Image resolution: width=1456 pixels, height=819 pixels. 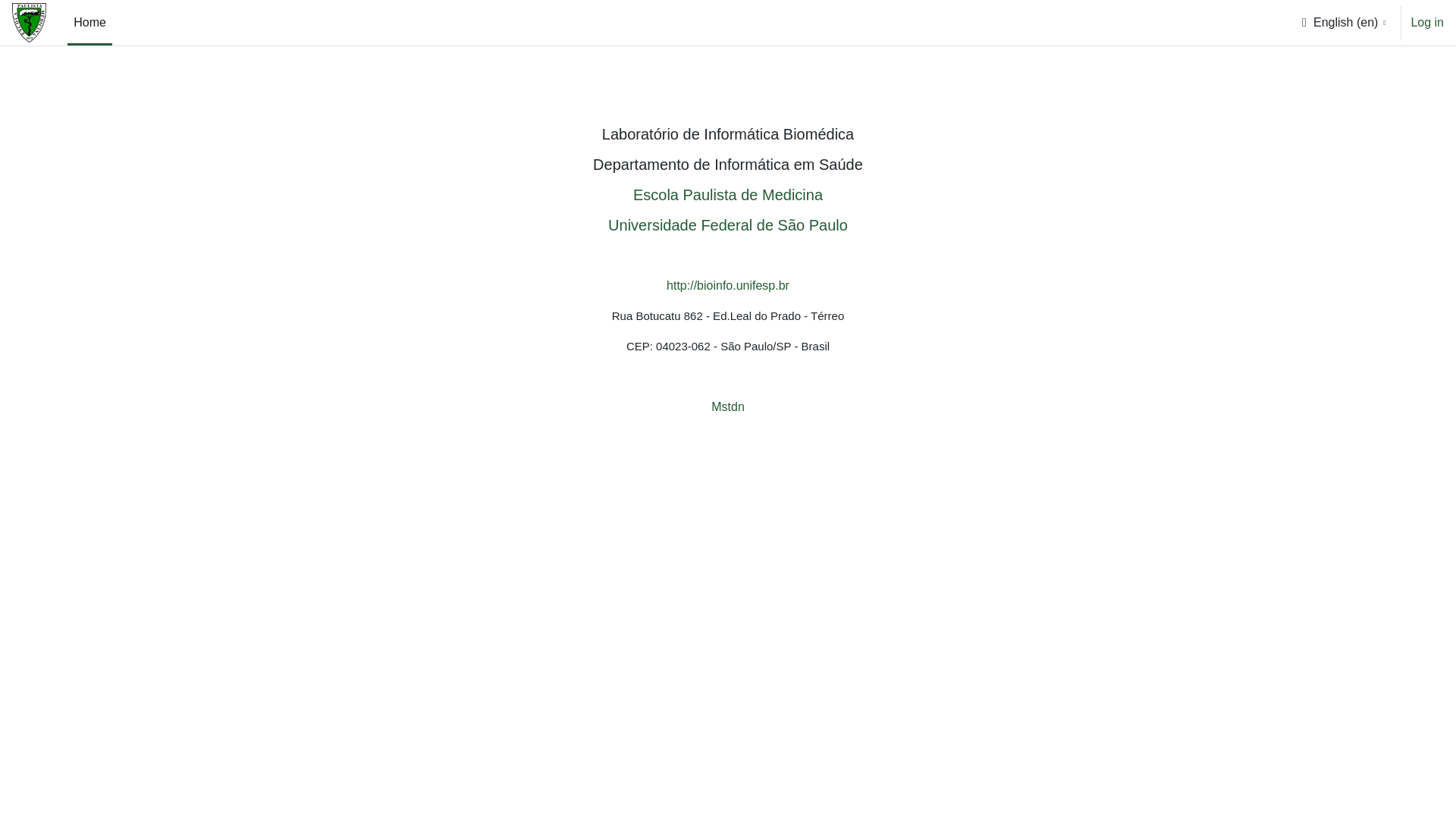 I want to click on 'Mstdn', so click(x=728, y=406).